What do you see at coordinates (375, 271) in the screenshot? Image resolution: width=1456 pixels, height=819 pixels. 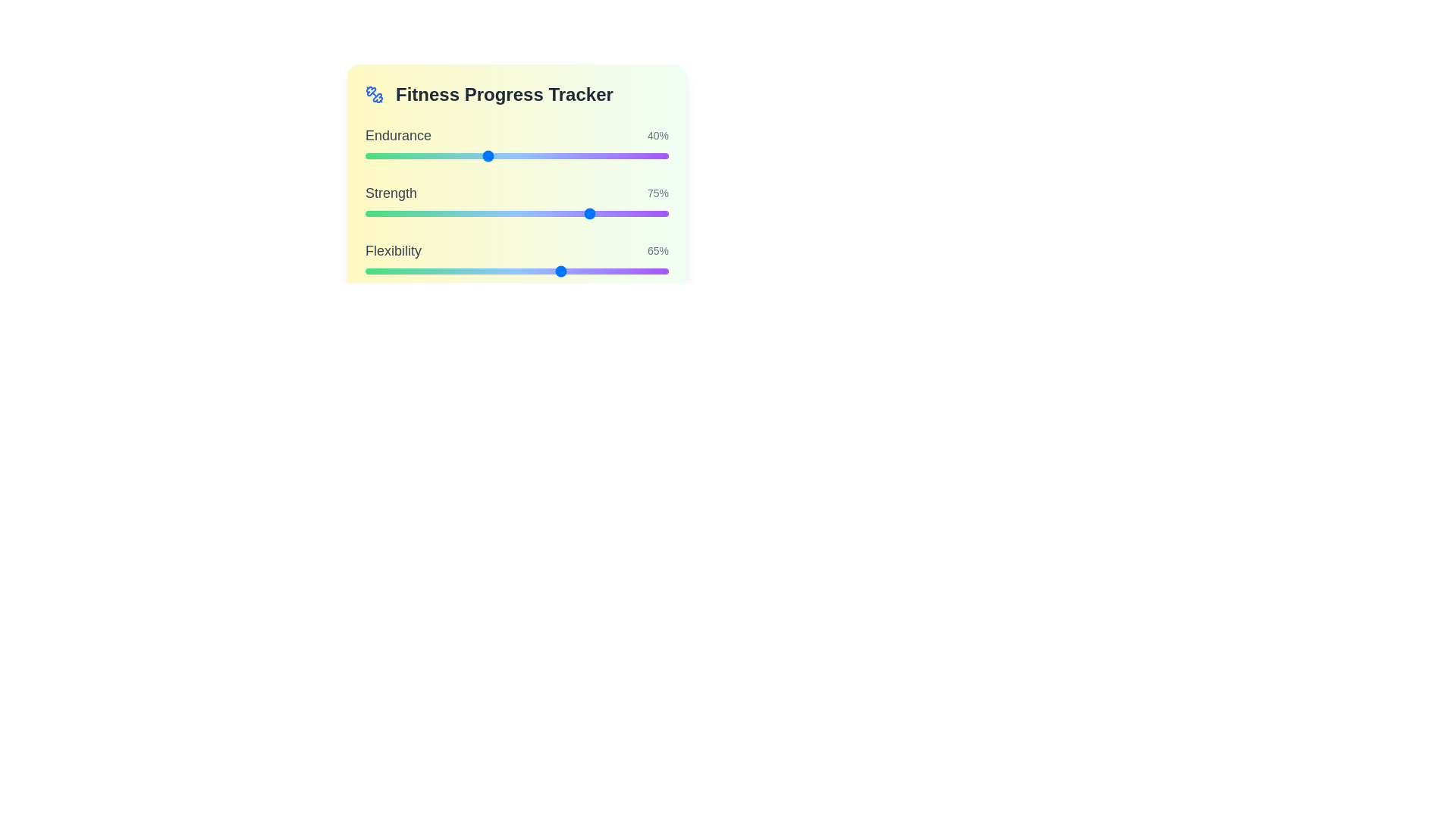 I see `flexibility percentage` at bounding box center [375, 271].